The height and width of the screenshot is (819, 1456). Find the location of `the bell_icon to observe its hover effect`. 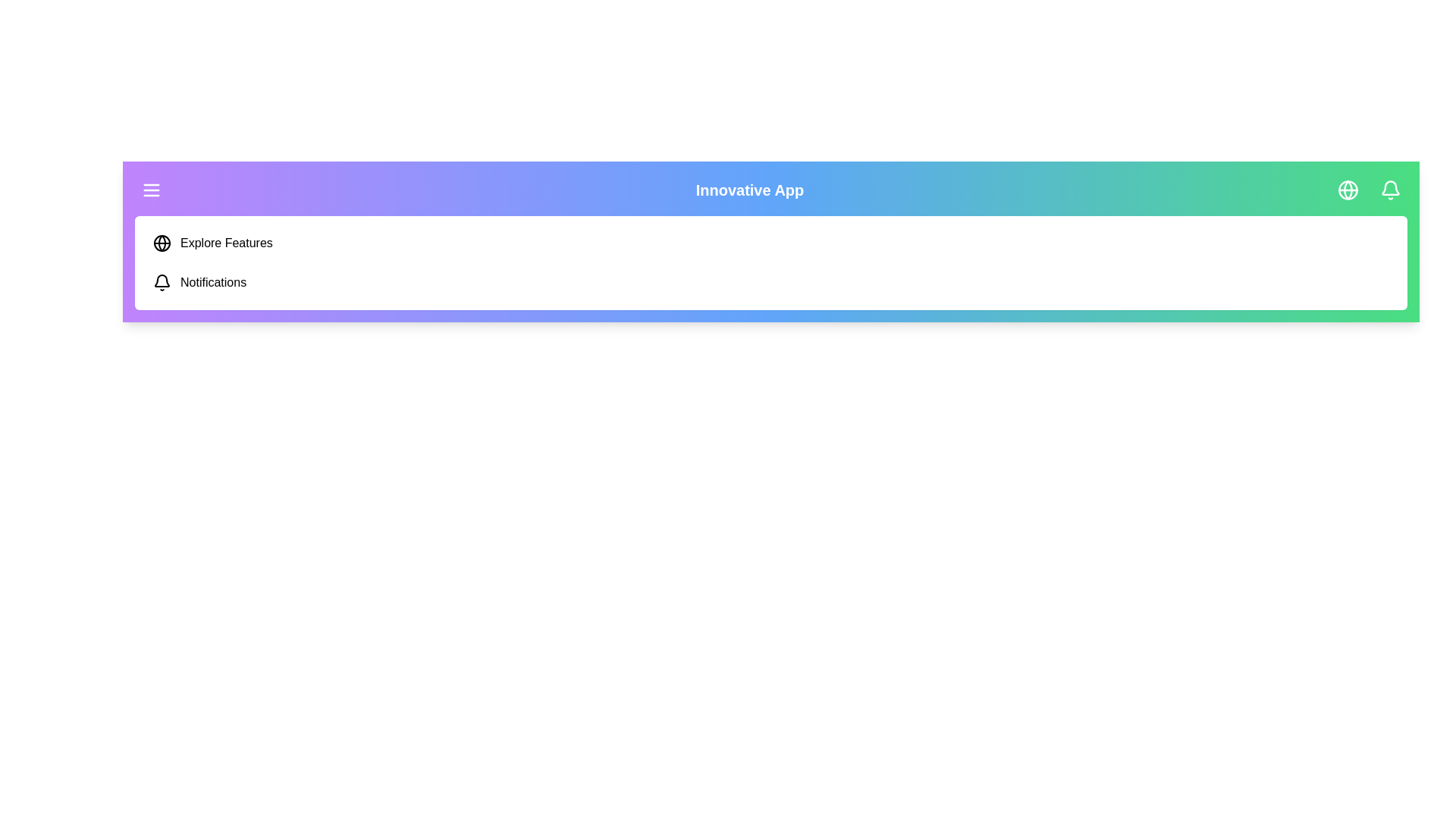

the bell_icon to observe its hover effect is located at coordinates (1390, 189).